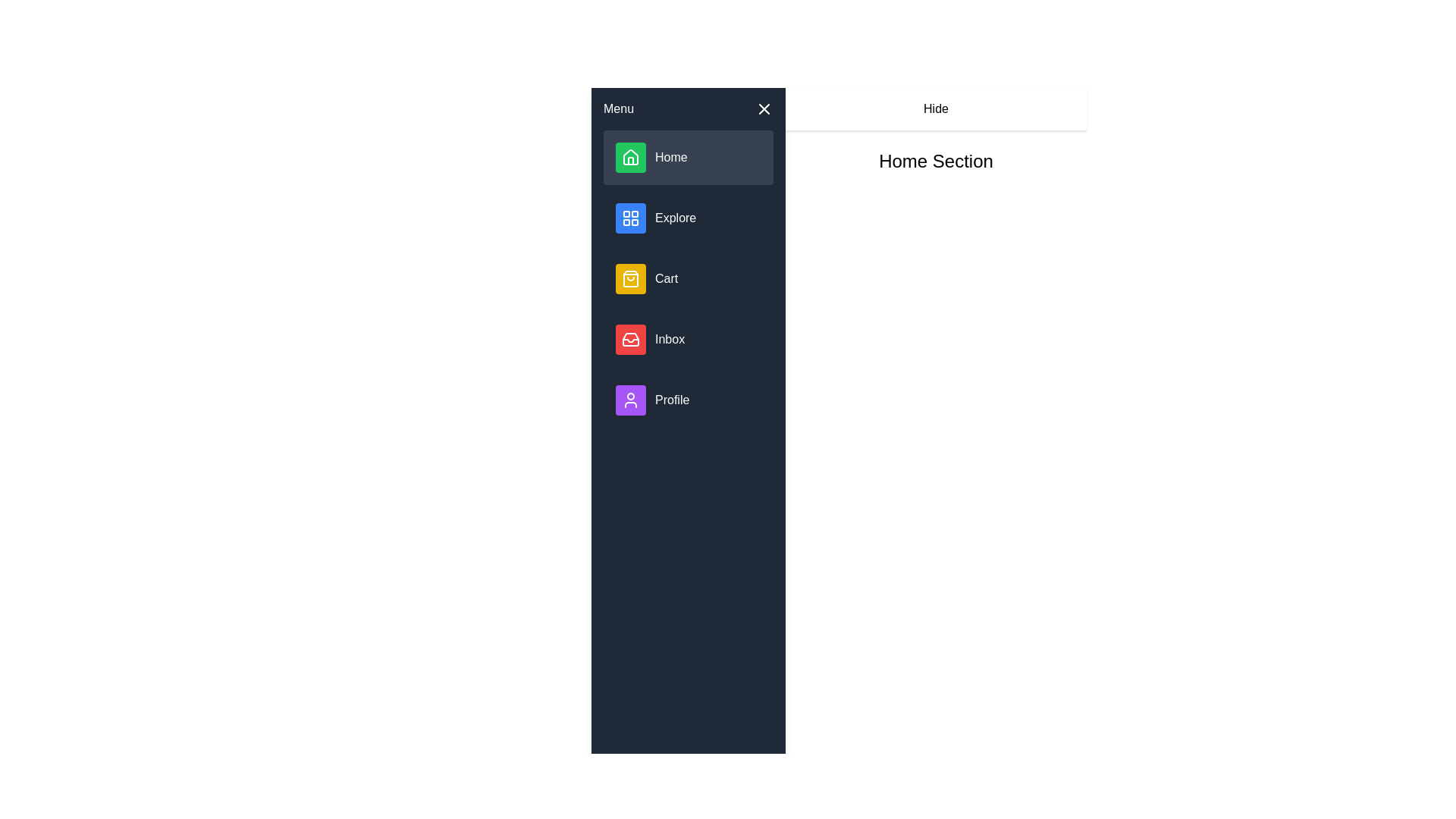 The width and height of the screenshot is (1456, 819). What do you see at coordinates (935, 161) in the screenshot?
I see `text of the heading labeled 'Home Section', which is located below the 'Hide' text in the central section of the interface` at bounding box center [935, 161].